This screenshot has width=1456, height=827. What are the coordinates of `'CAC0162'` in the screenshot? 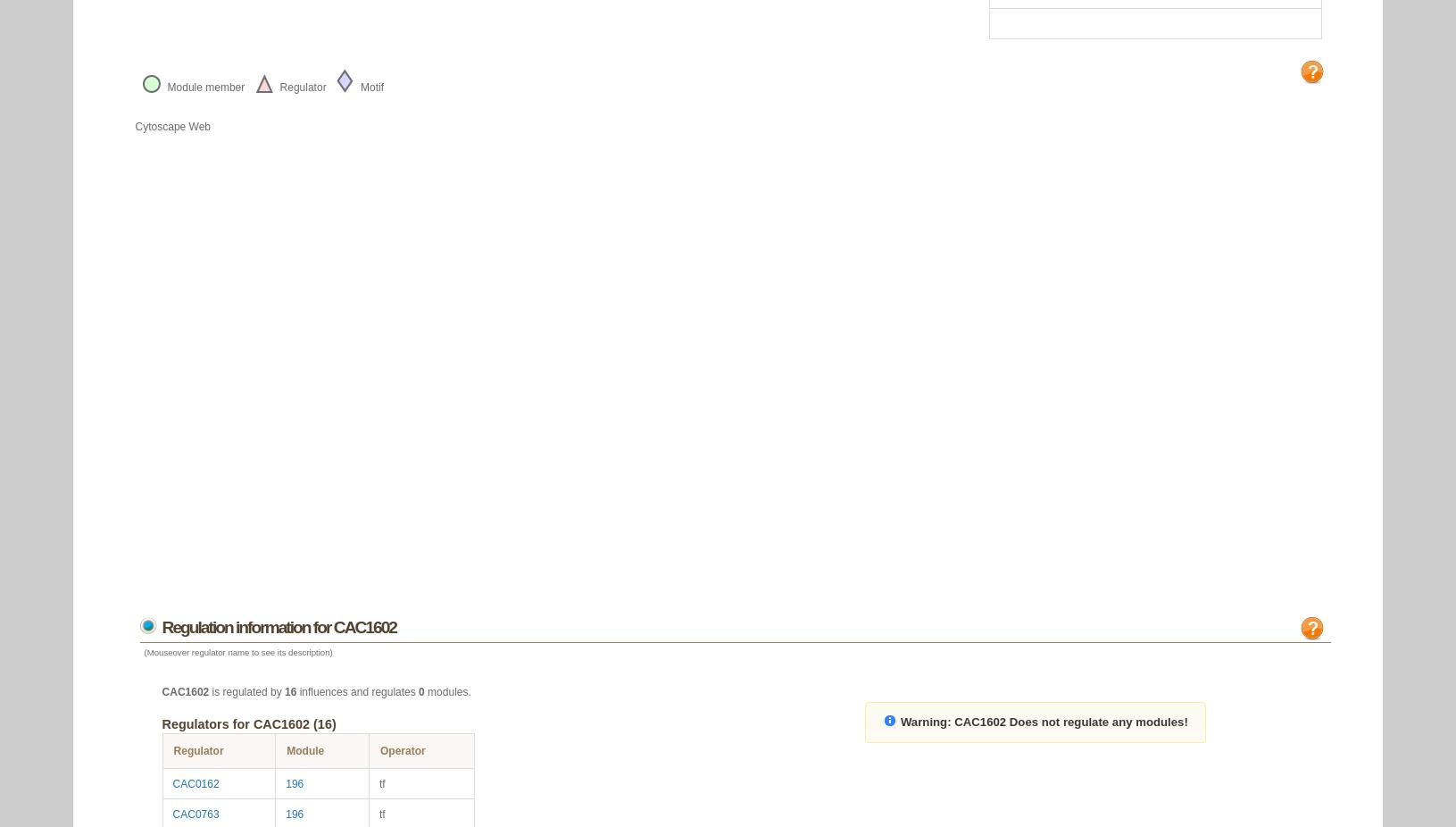 It's located at (196, 783).